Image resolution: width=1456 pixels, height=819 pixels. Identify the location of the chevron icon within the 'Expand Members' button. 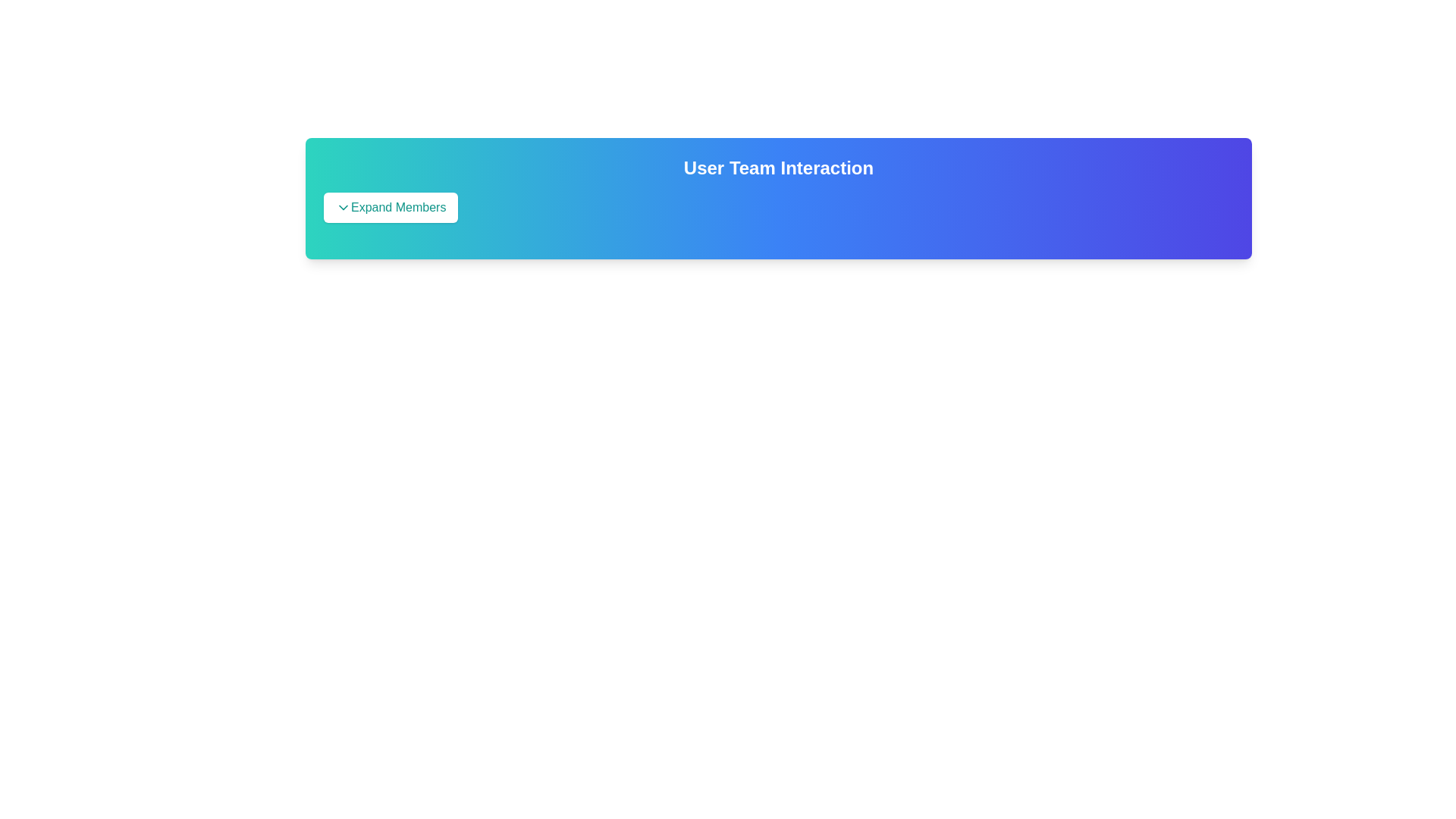
(342, 207).